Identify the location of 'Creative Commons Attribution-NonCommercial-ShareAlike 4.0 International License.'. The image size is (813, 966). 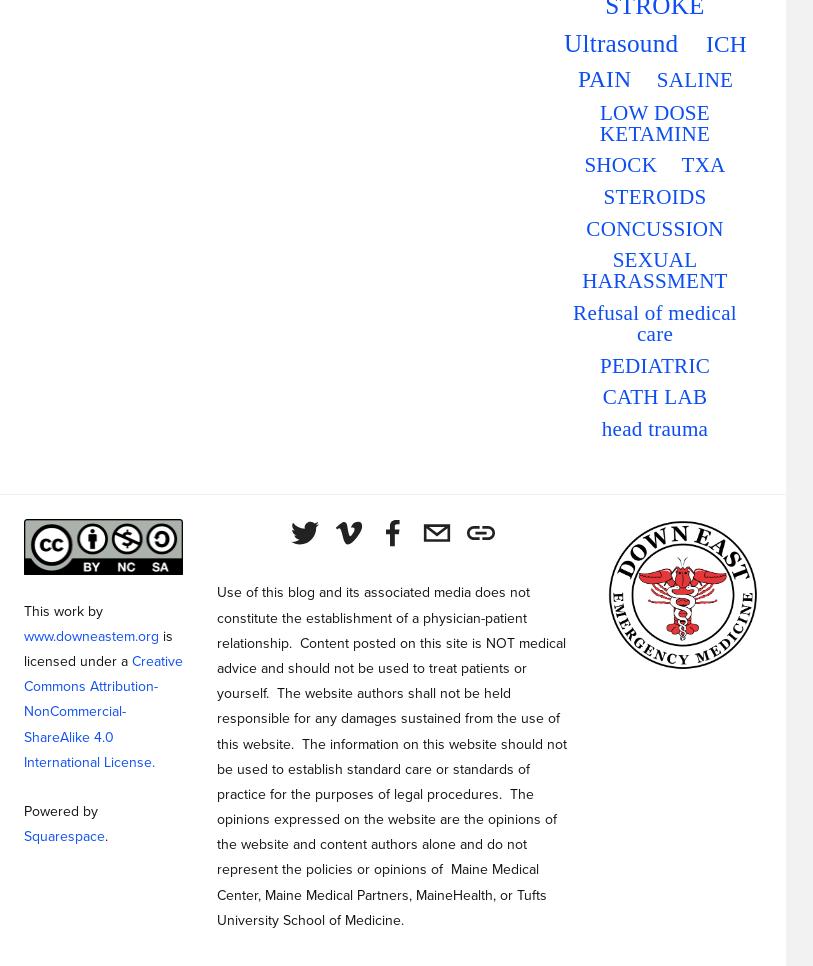
(104, 710).